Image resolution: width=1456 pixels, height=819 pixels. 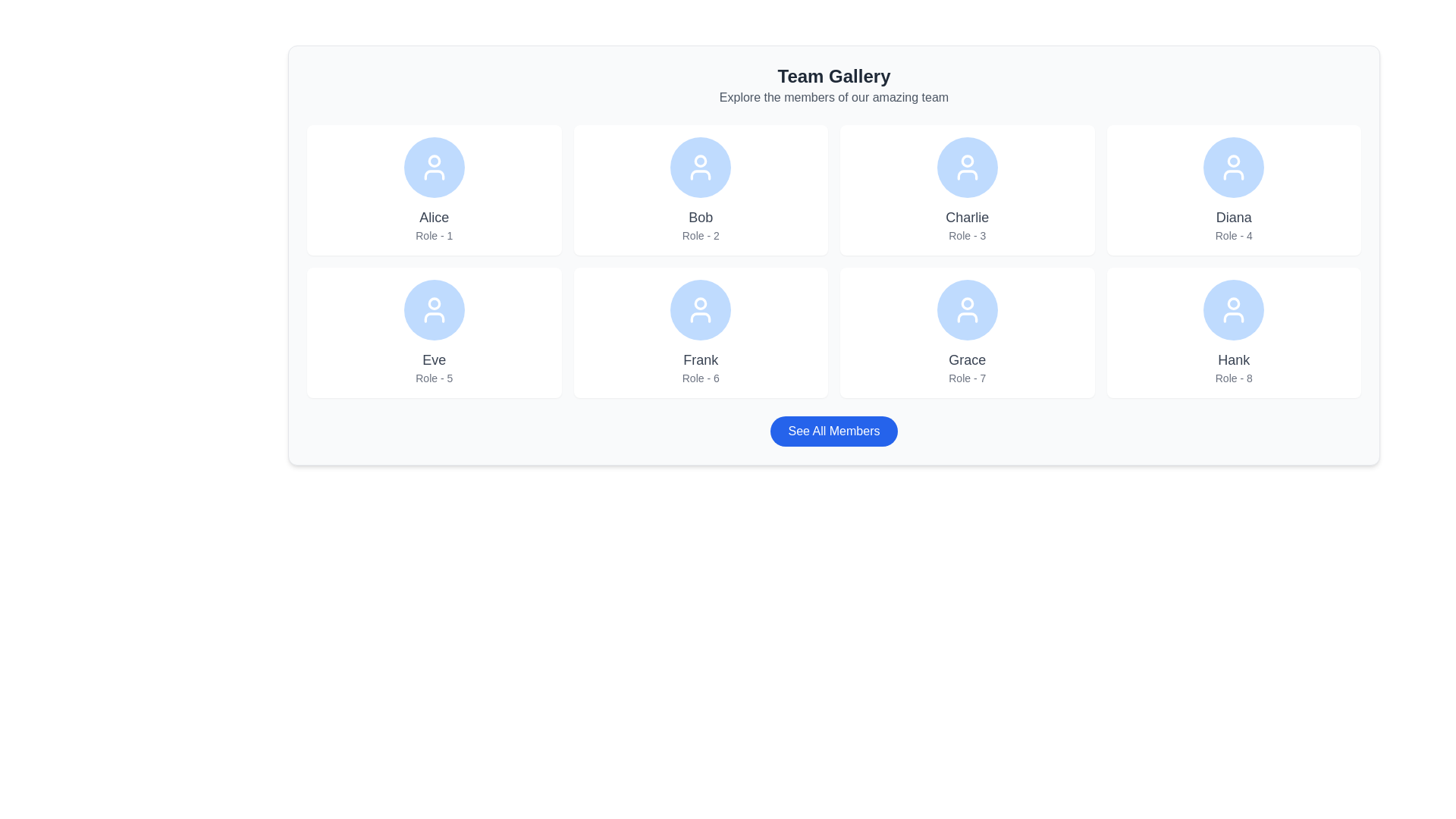 What do you see at coordinates (966, 303) in the screenshot?
I see `SVG Circle Graphic element located in the 'Grace' card of the 'Team Gallery' section by opening the browser developer tools` at bounding box center [966, 303].